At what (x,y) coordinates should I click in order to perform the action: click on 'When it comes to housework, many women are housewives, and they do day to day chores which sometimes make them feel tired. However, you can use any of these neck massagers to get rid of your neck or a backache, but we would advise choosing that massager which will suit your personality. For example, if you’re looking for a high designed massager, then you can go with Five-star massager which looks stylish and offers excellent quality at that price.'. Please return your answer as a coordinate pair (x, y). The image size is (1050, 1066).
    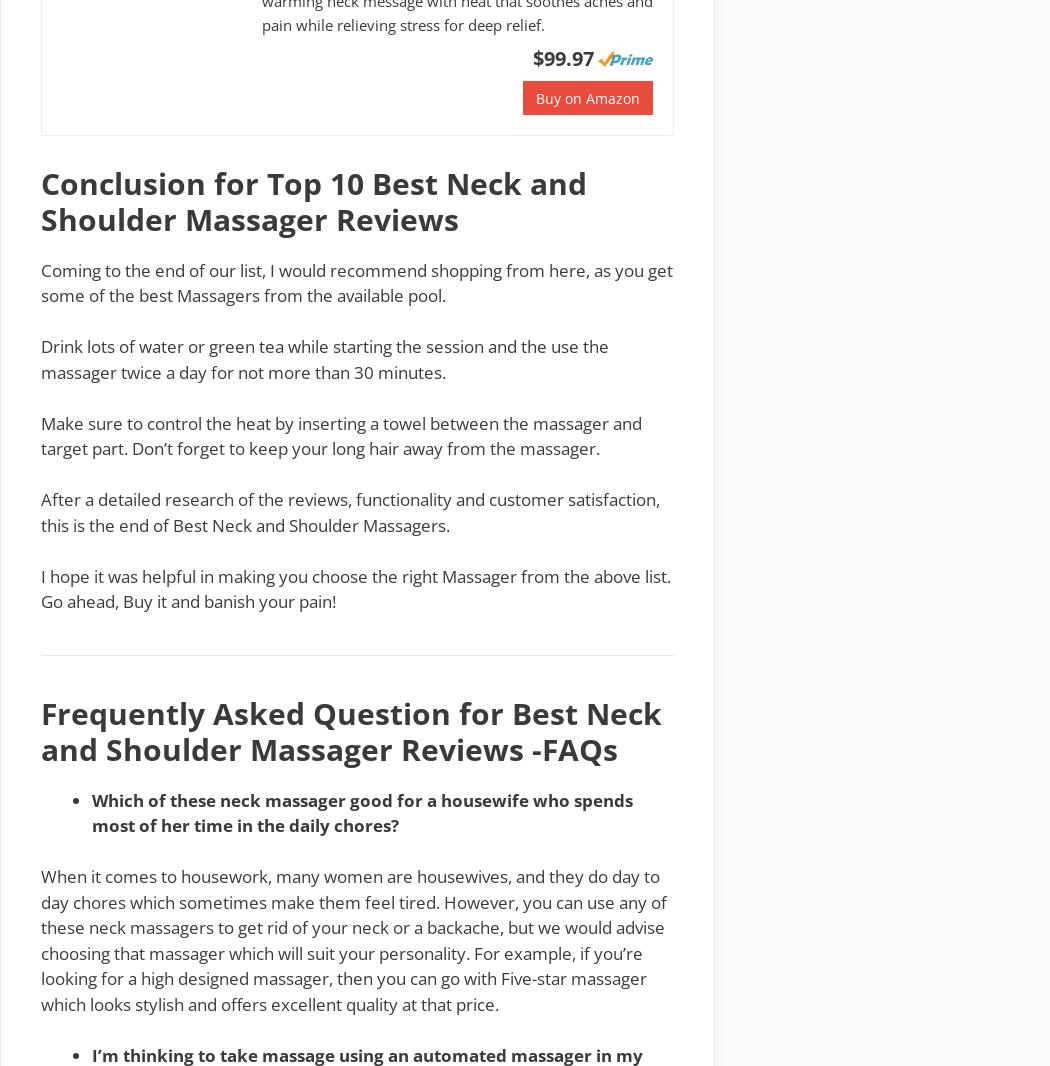
    Looking at the image, I should click on (352, 939).